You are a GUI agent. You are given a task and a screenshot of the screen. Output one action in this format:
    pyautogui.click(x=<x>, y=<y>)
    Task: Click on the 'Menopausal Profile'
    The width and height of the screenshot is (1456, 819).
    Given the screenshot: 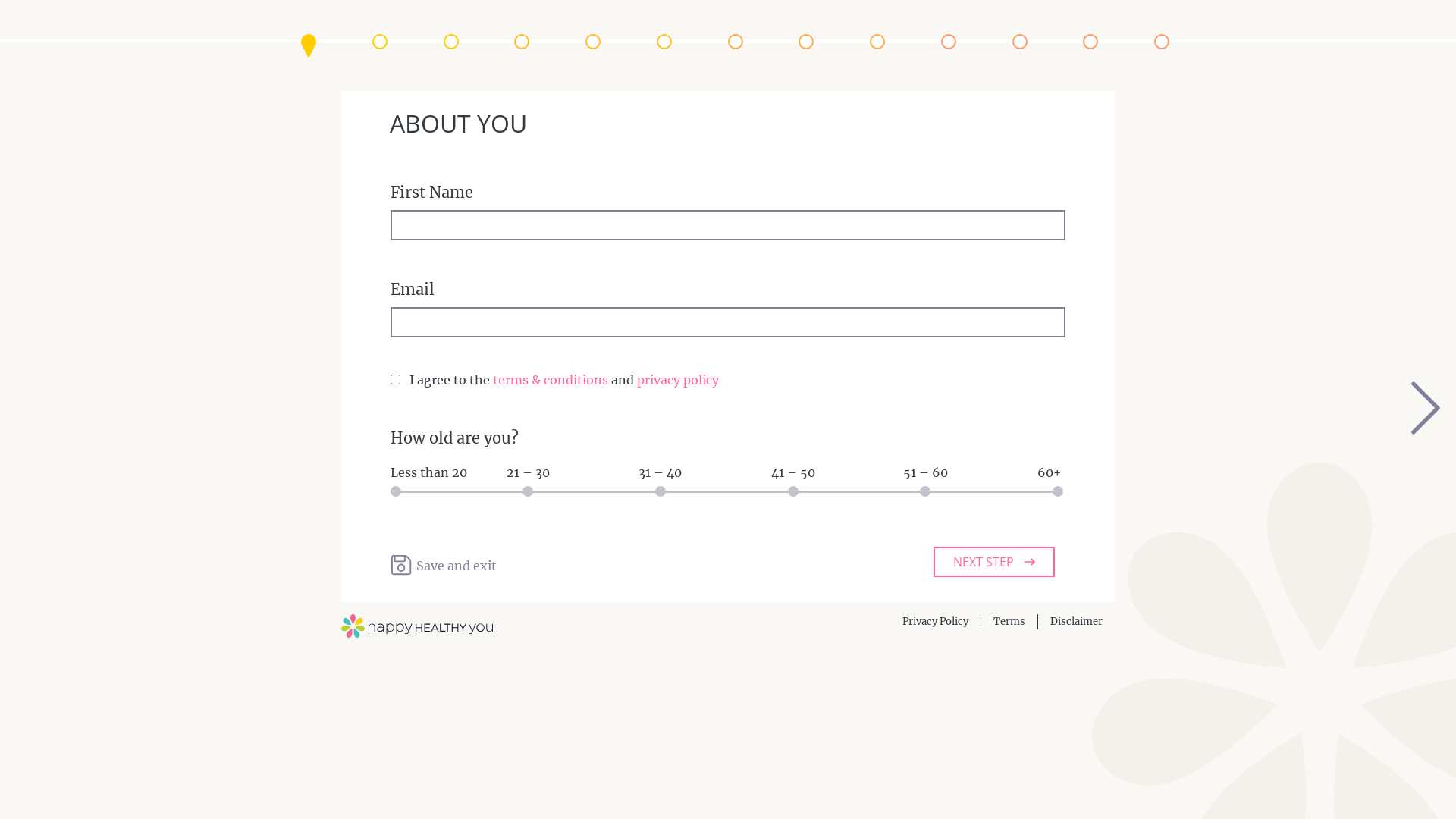 What is the action you would take?
    pyautogui.click(x=735, y=40)
    